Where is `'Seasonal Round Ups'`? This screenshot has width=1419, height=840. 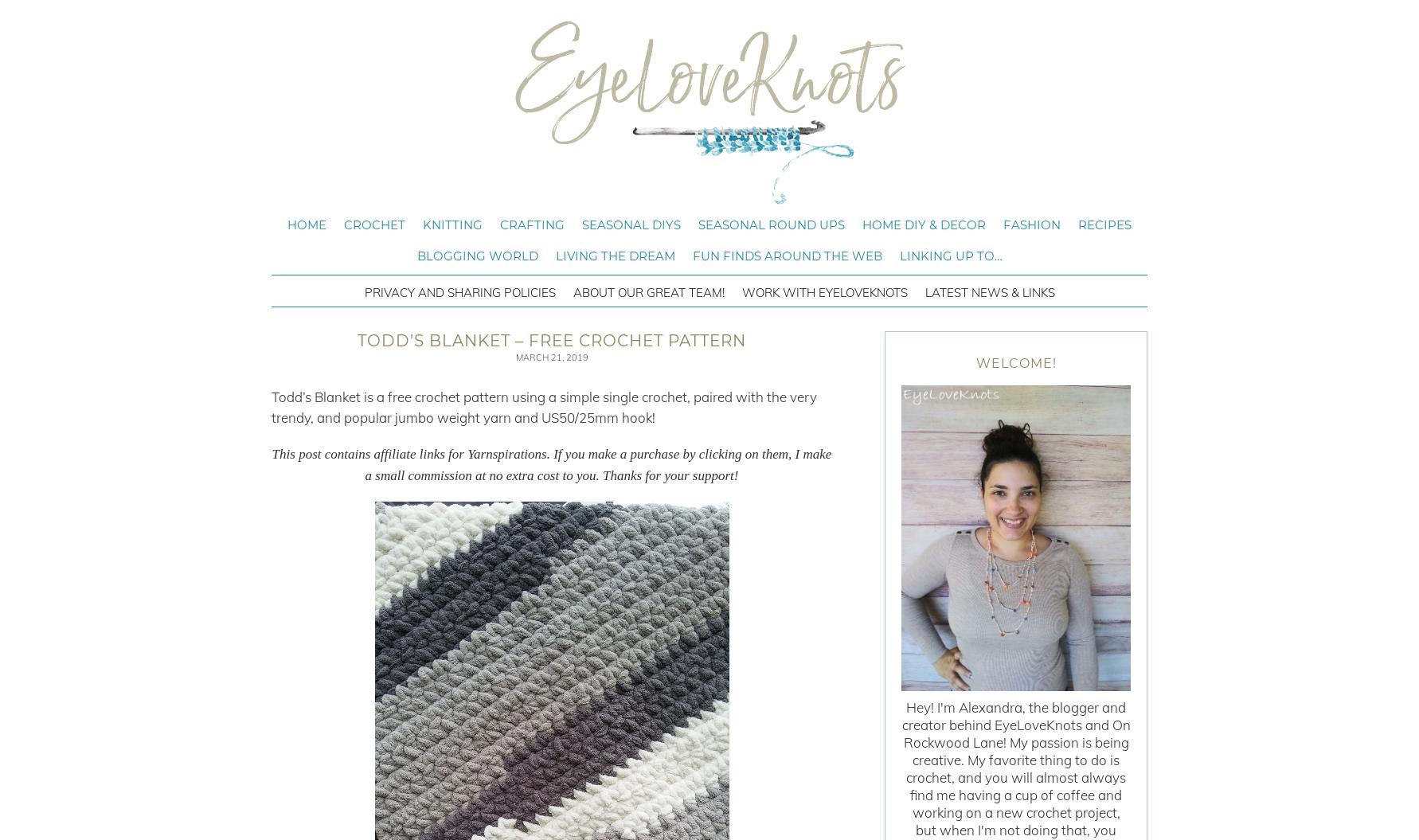
'Seasonal Round Ups' is located at coordinates (772, 225).